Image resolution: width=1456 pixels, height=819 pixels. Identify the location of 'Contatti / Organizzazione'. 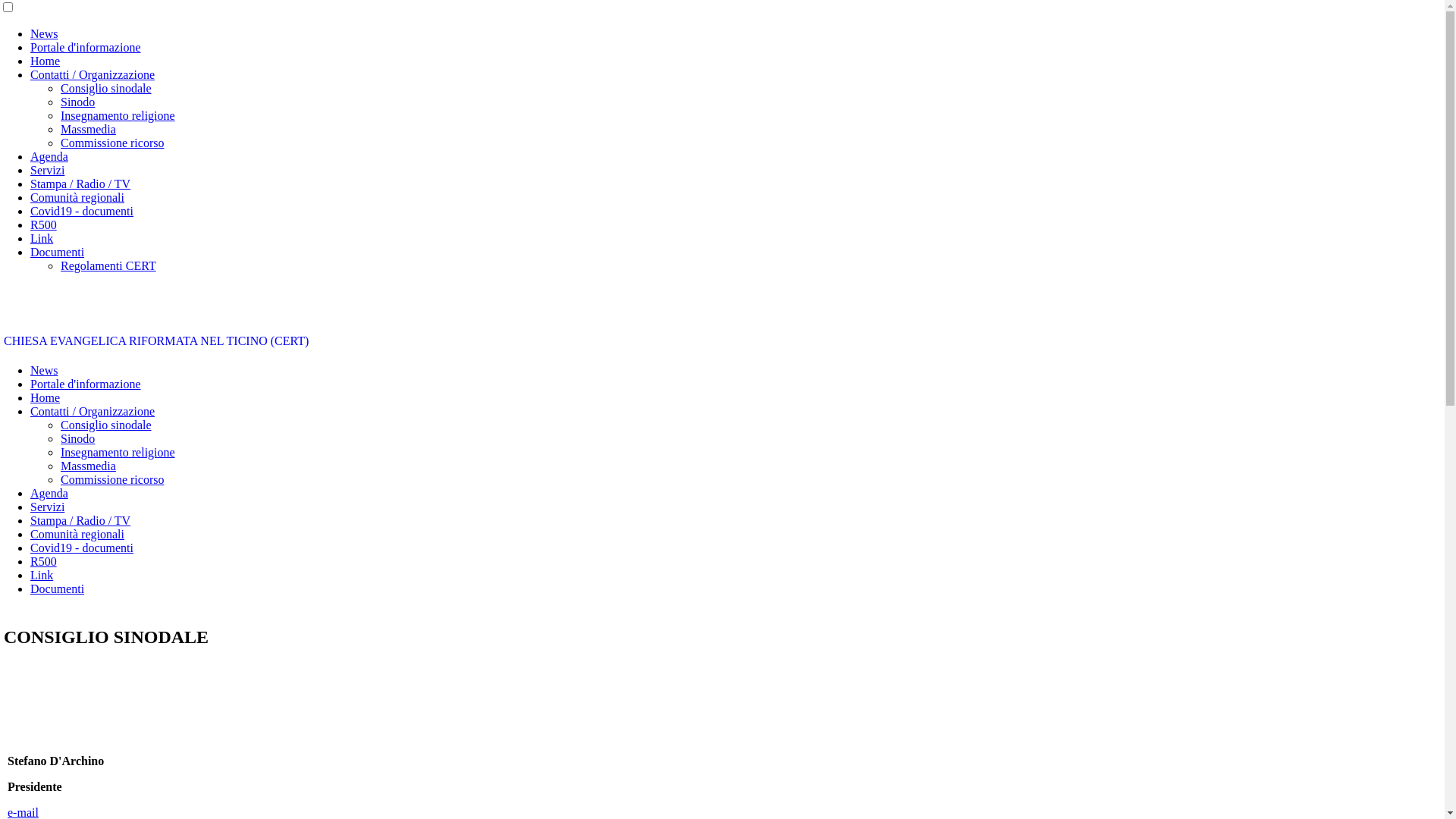
(91, 74).